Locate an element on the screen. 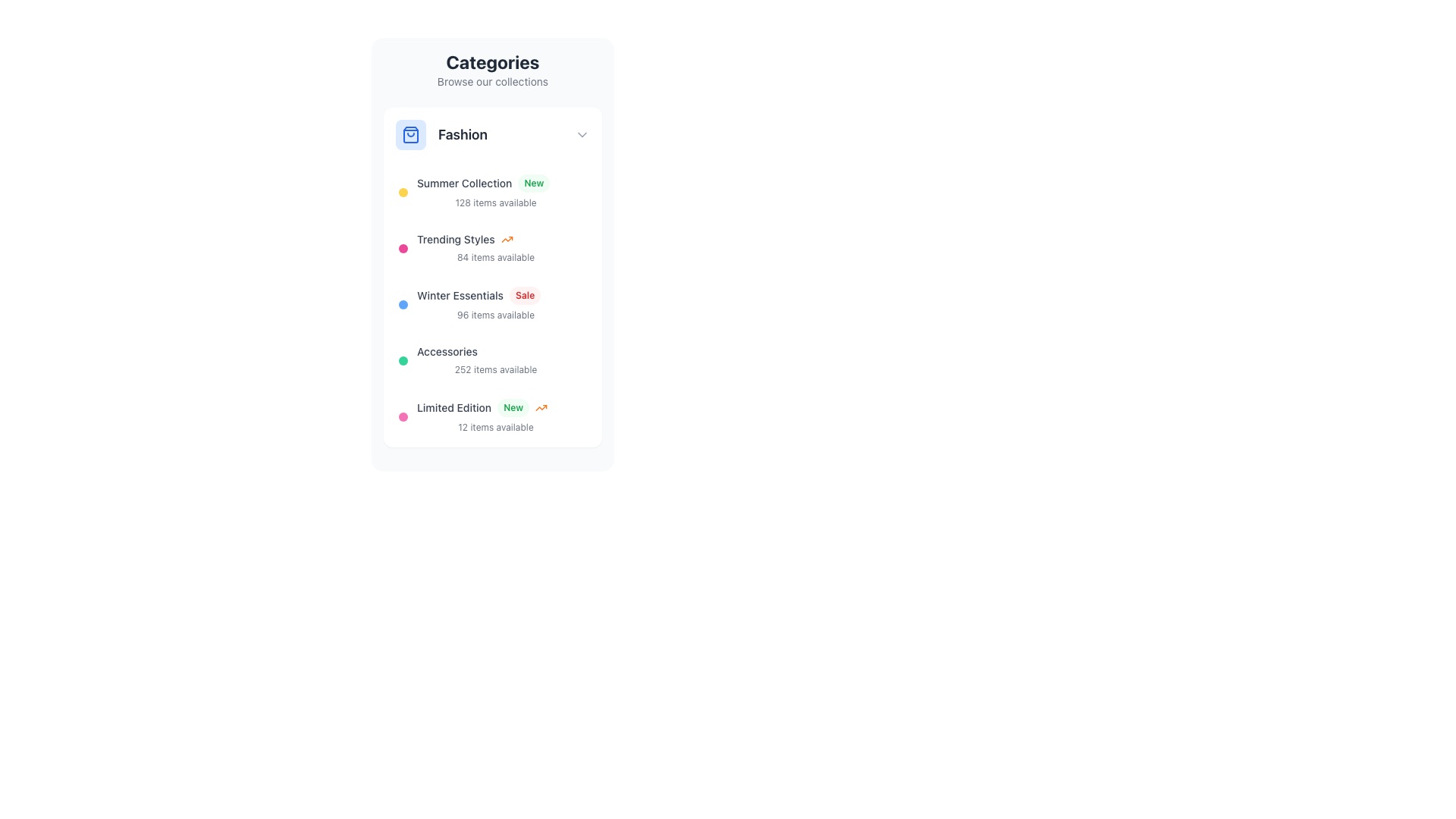 This screenshot has height=819, width=1456. the second item in the vertical list of categories labeled 'Fashion', which serves as a navigational link to trending style items is located at coordinates (455, 239).